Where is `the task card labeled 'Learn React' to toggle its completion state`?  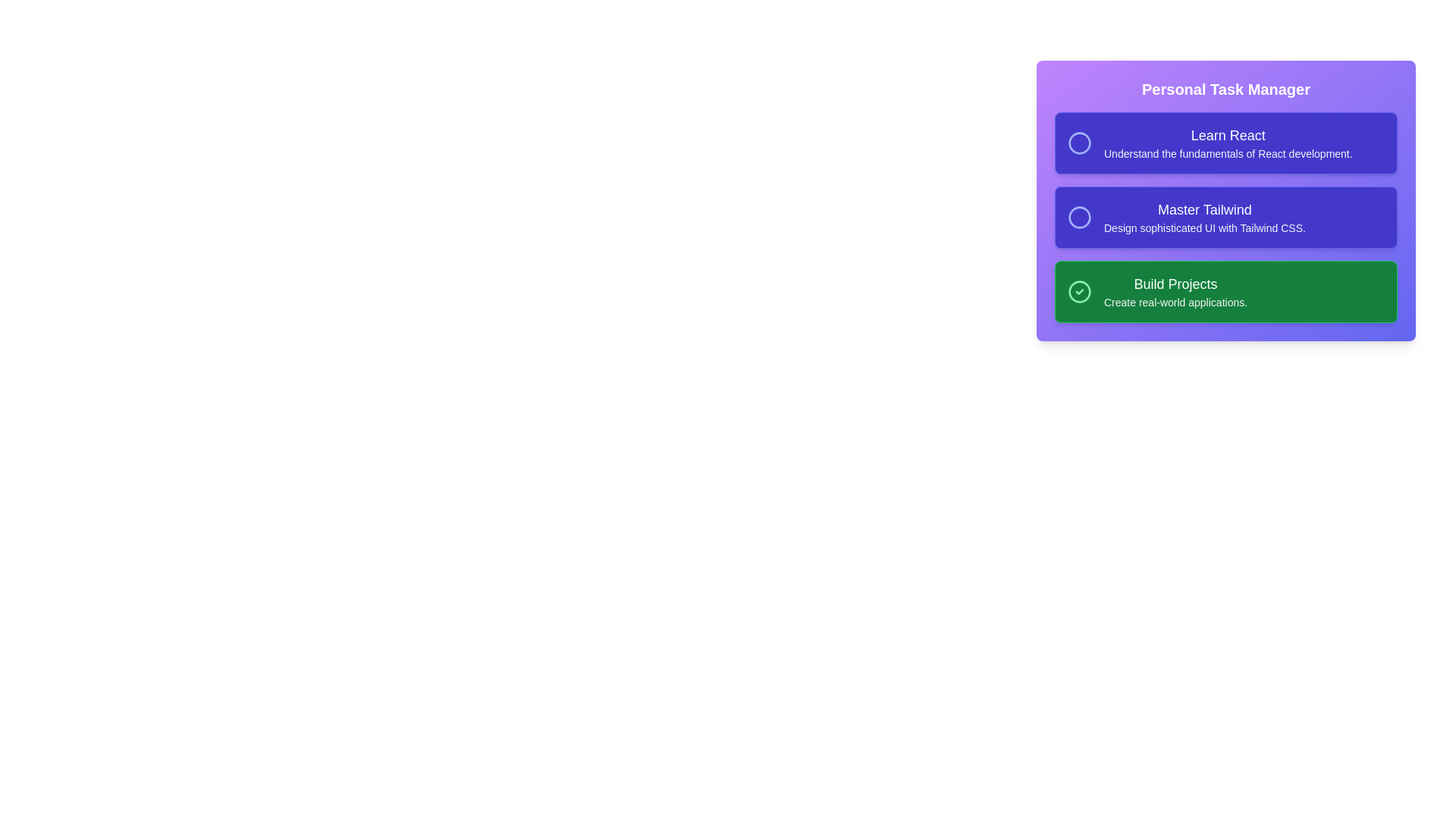 the task card labeled 'Learn React' to toggle its completion state is located at coordinates (1226, 143).